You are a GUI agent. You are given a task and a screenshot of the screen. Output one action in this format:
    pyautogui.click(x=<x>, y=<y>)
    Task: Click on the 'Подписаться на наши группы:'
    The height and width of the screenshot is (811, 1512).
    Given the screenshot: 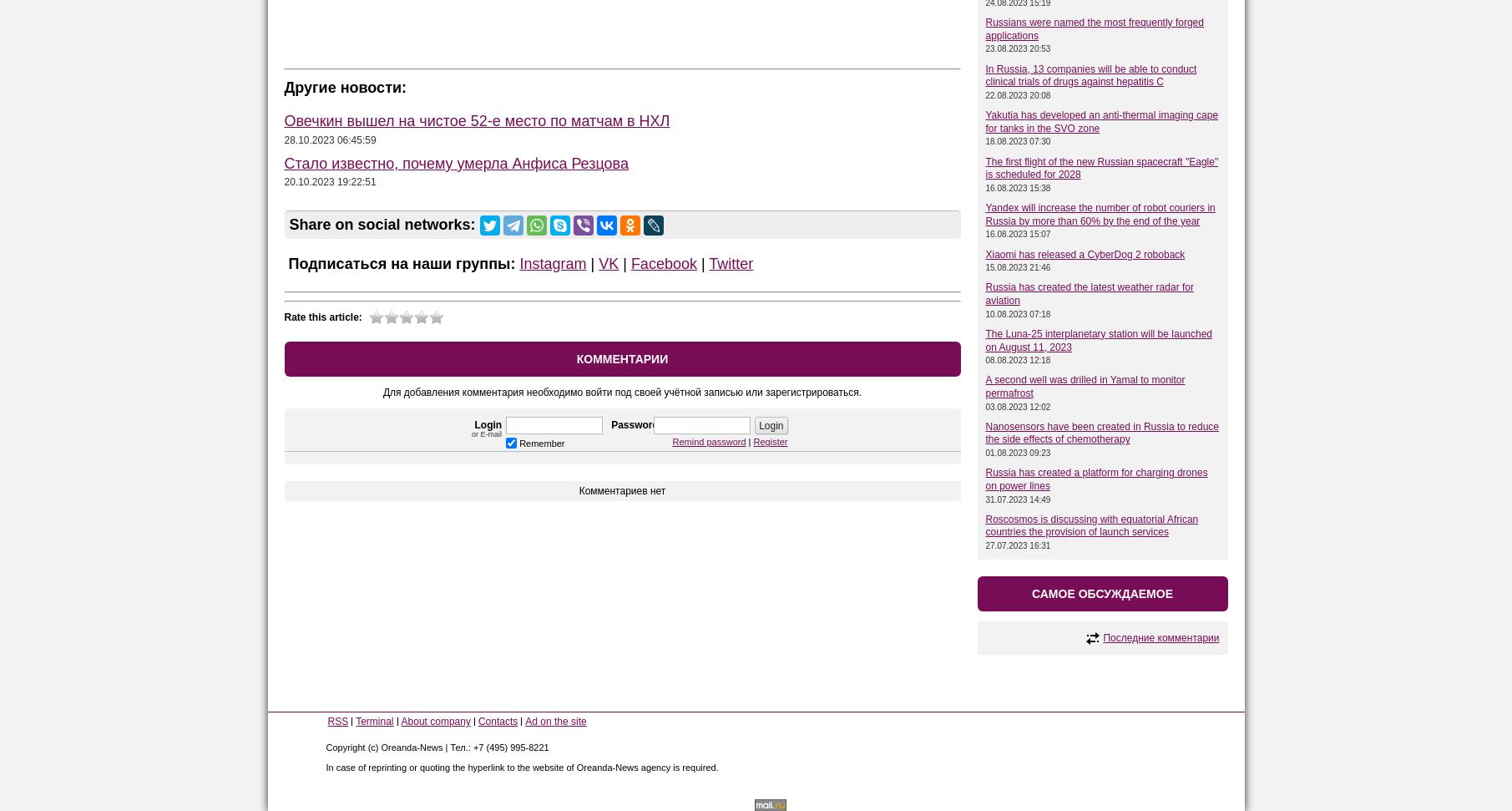 What is the action you would take?
    pyautogui.click(x=282, y=262)
    